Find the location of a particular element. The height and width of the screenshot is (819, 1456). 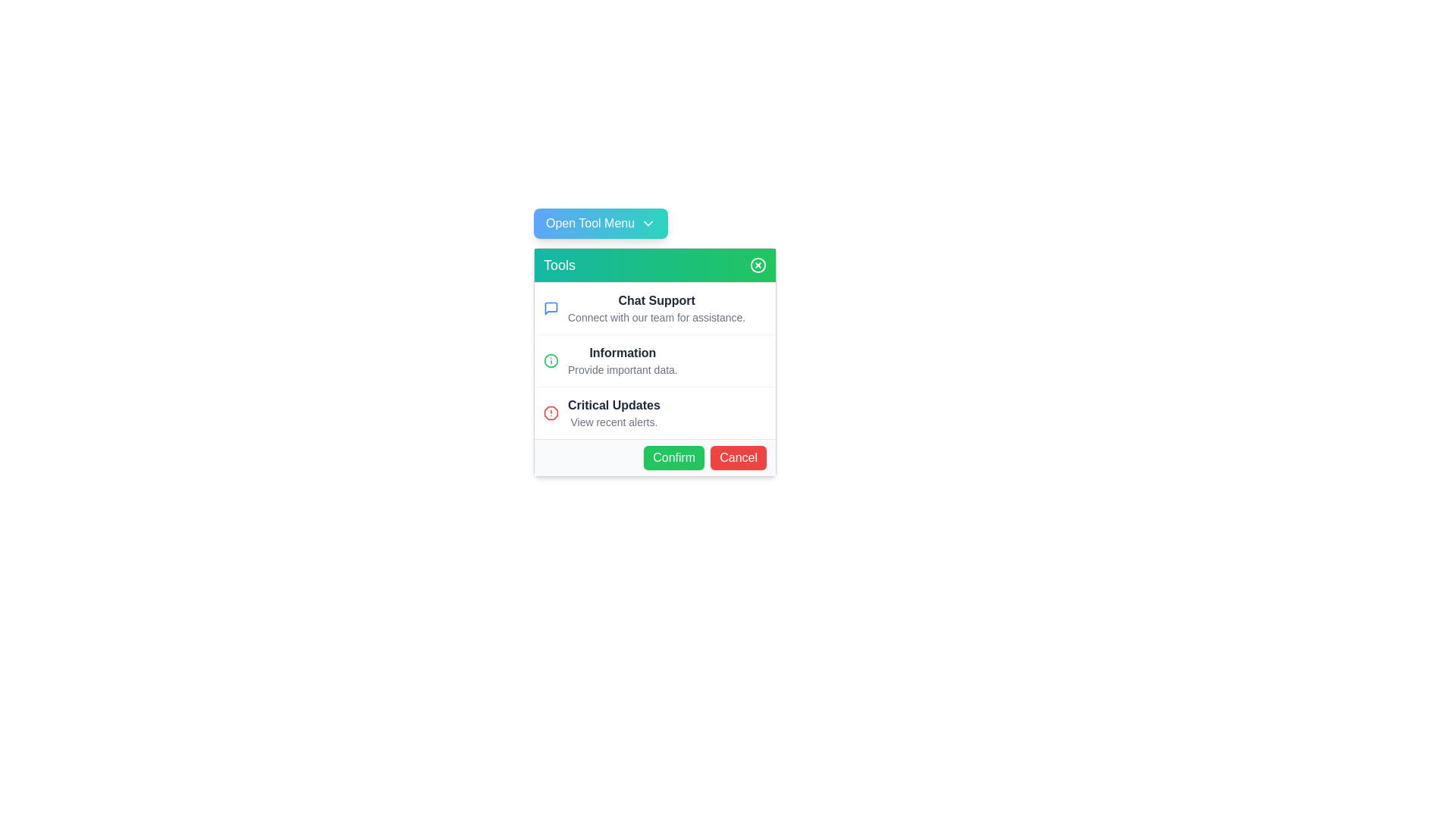

the bold text label indicating critical updates located under the 'Tools' section, above the description 'View recent alerts.' is located at coordinates (613, 405).